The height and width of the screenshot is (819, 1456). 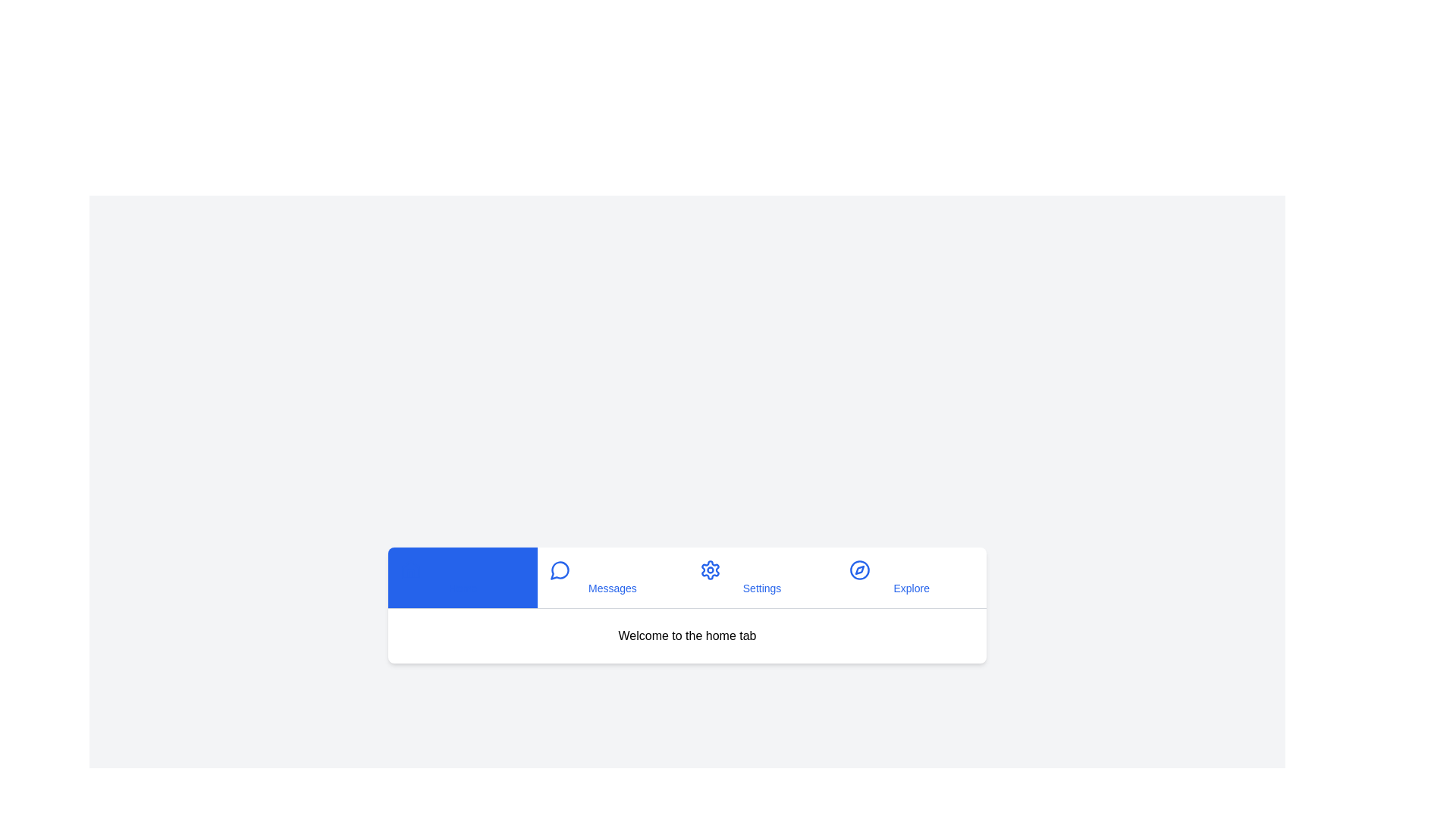 What do you see at coordinates (911, 577) in the screenshot?
I see `the tab button labeled 'Explore' to see its hover effect` at bounding box center [911, 577].